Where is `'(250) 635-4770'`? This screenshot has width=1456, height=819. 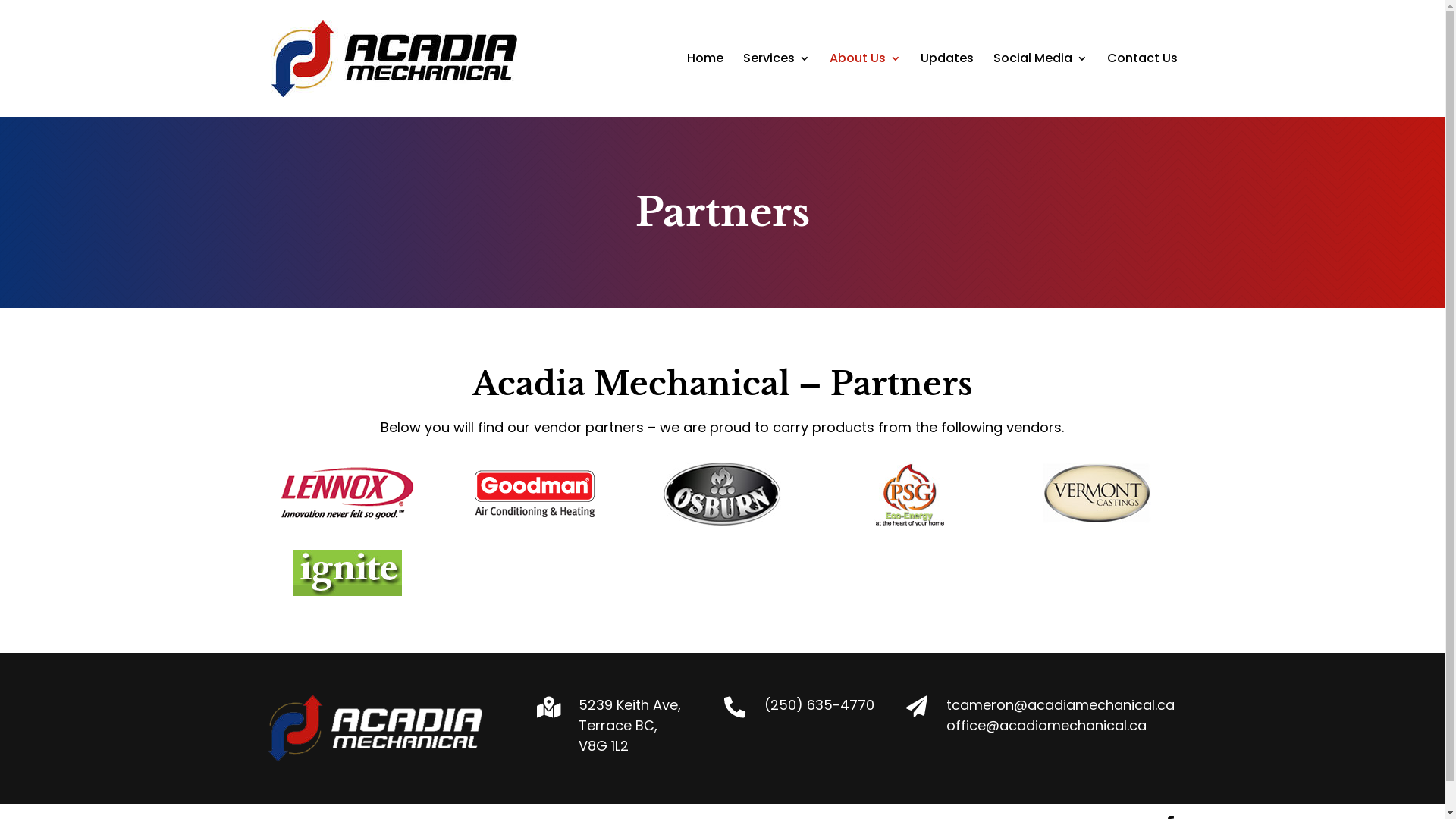 '(250) 635-4770' is located at coordinates (818, 704).